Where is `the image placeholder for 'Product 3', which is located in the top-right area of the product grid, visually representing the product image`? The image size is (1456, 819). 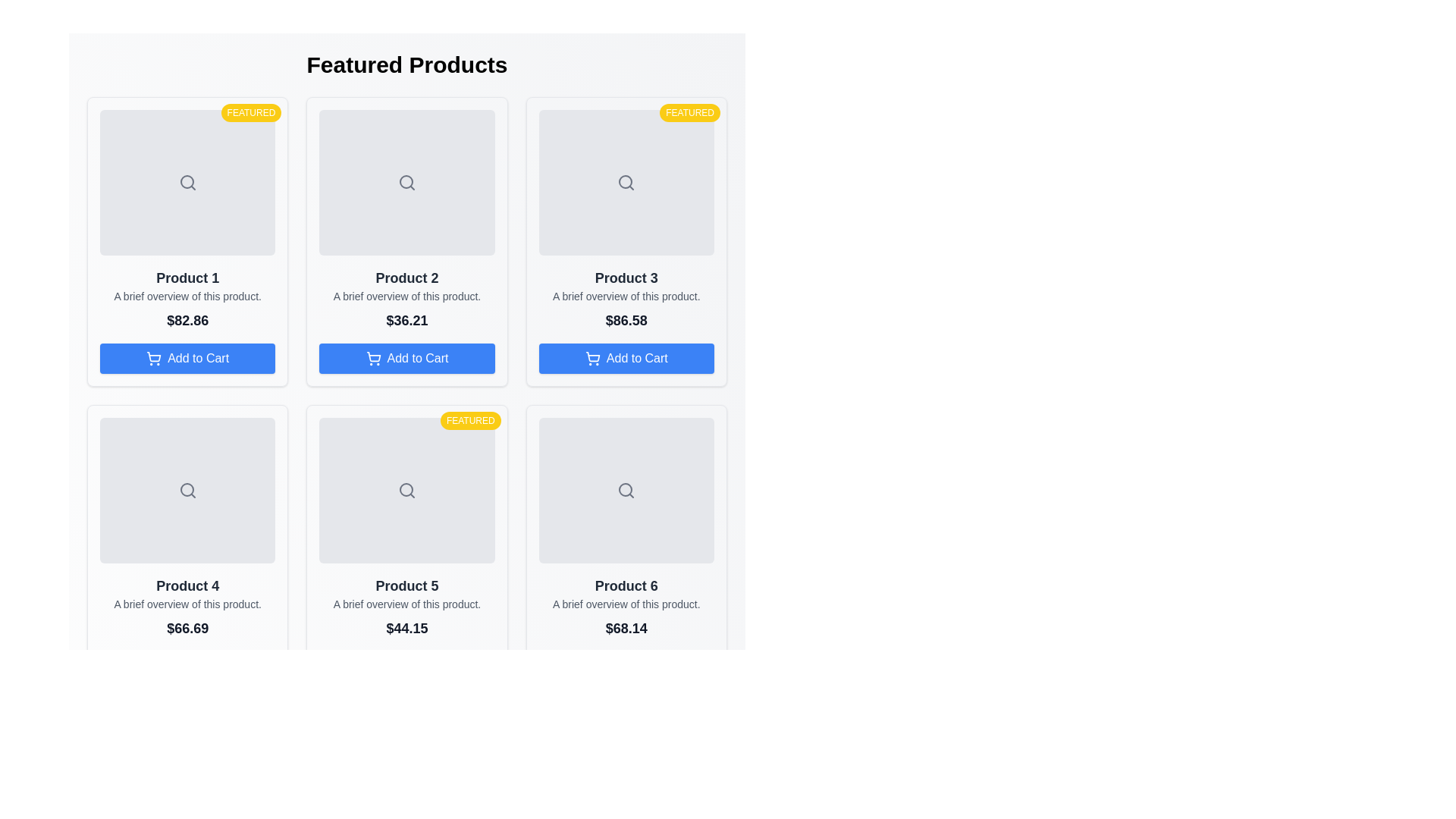
the image placeholder for 'Product 3', which is located in the top-right area of the product grid, visually representing the product image is located at coordinates (626, 181).